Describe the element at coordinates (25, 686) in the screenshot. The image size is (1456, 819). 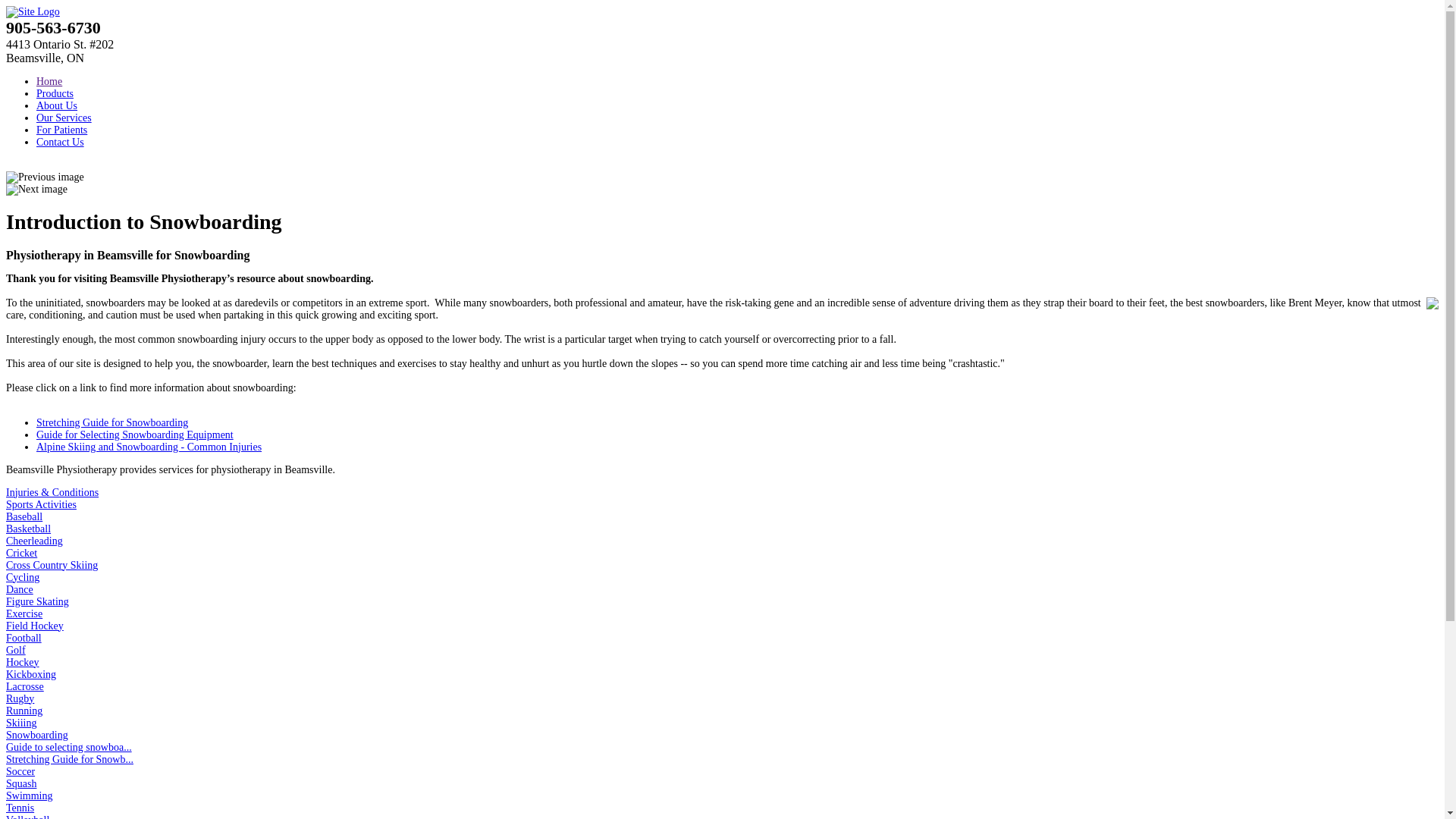
I see `'Lacrosse'` at that location.